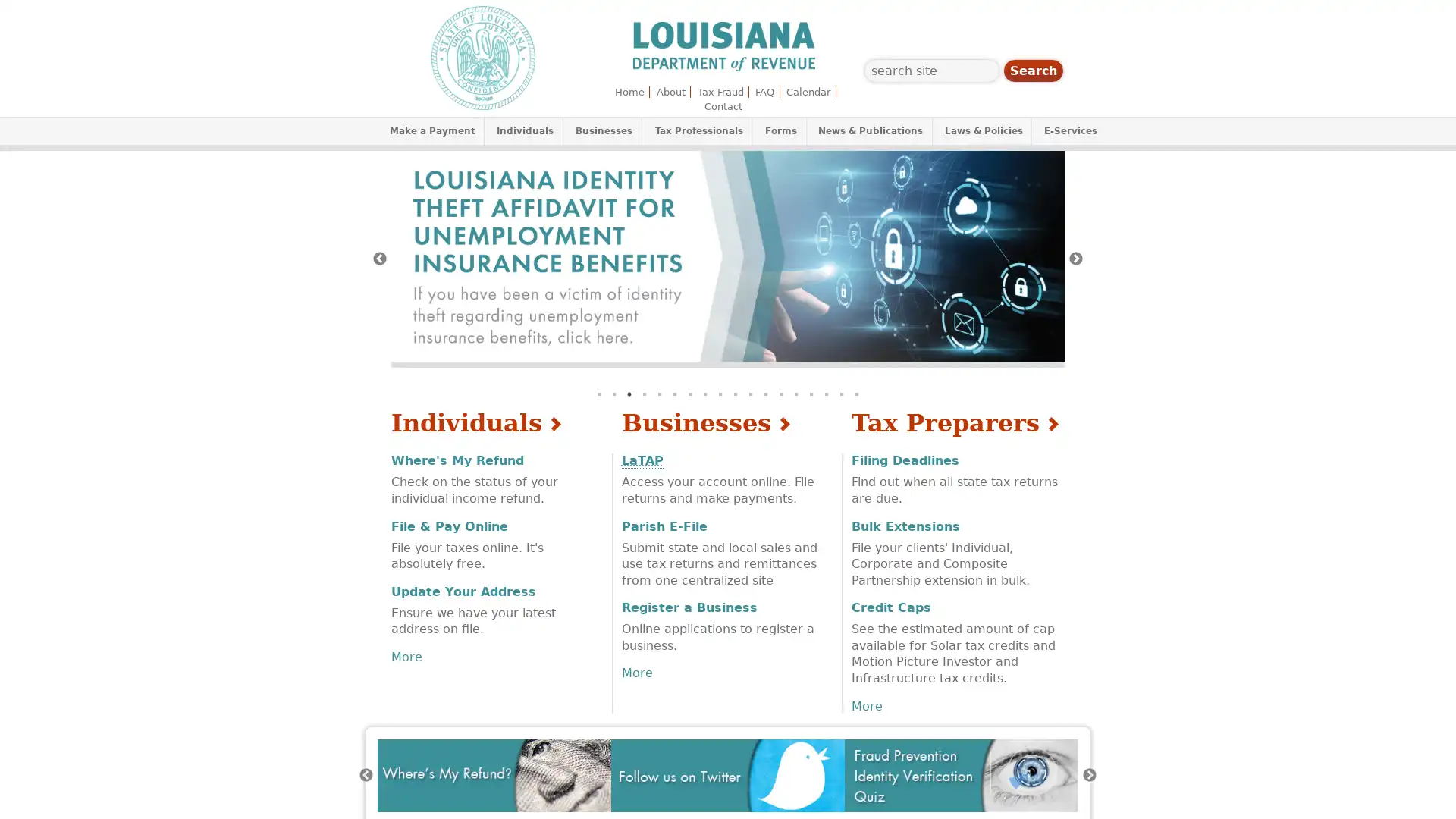 Image resolution: width=1456 pixels, height=819 pixels. I want to click on 3, so click(629, 394).